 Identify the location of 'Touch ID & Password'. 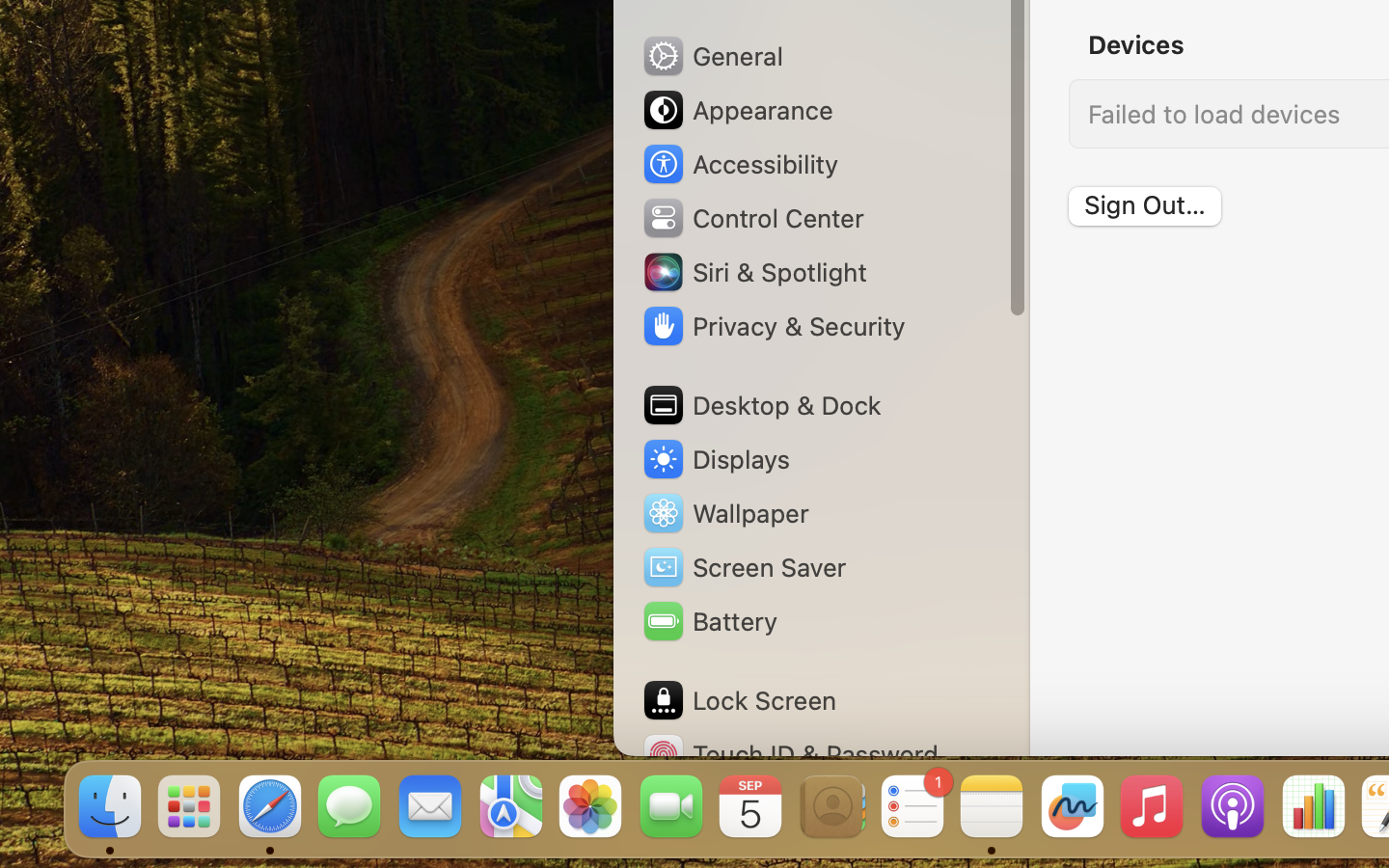
(790, 753).